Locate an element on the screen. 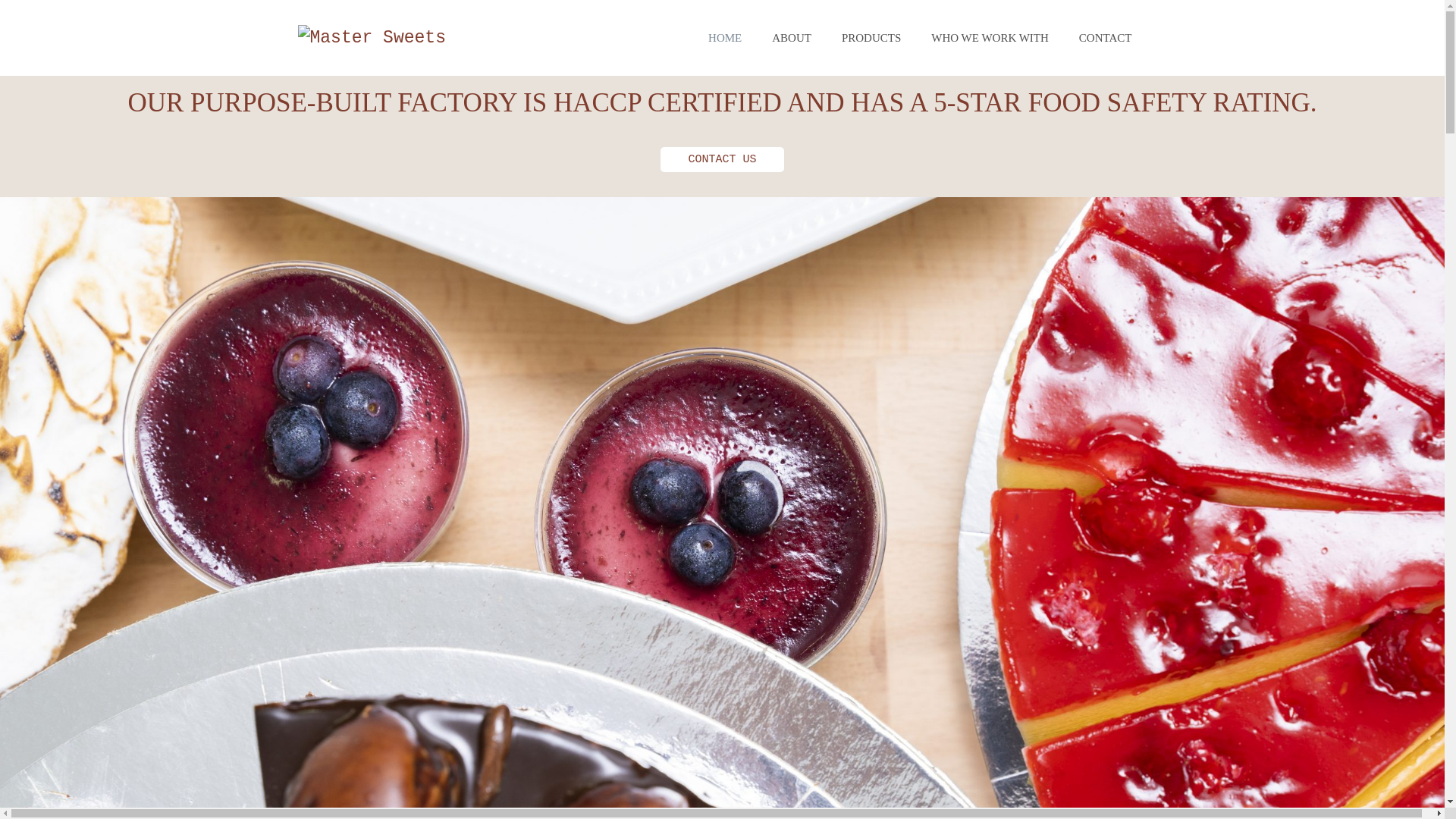 Image resolution: width=1456 pixels, height=819 pixels. 'CONTACT US' is located at coordinates (720, 159).